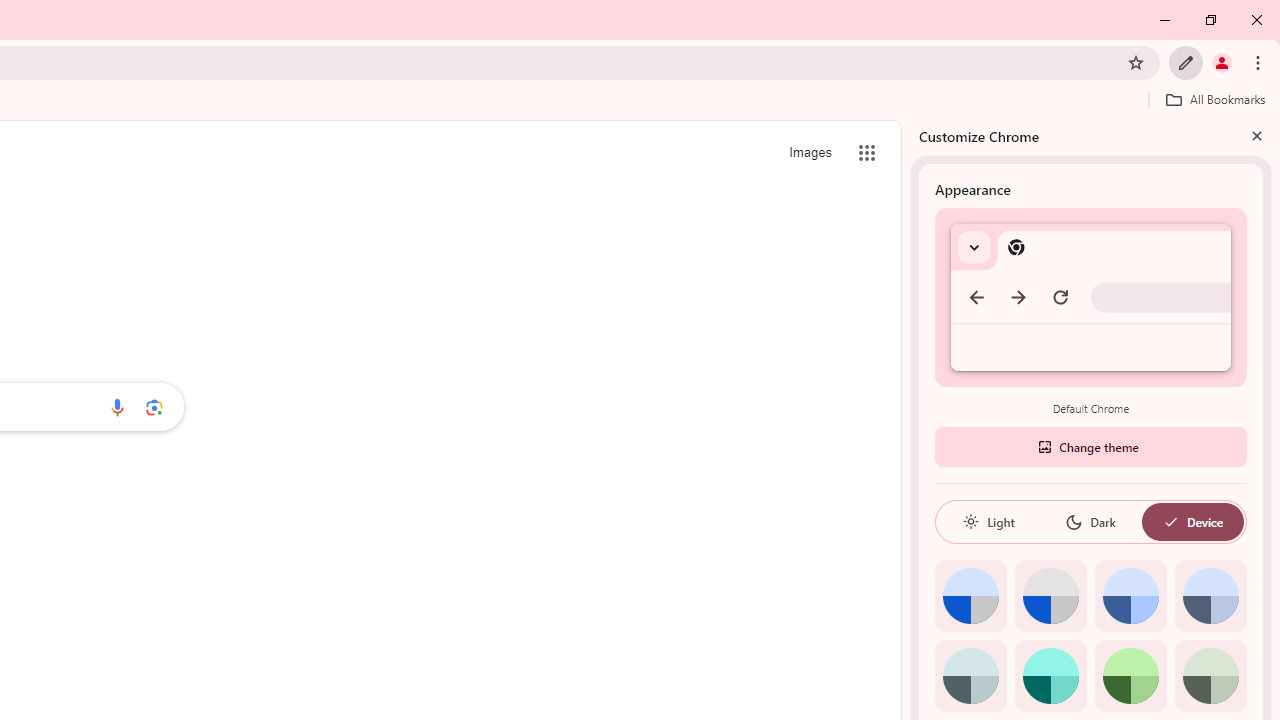 Image resolution: width=1280 pixels, height=720 pixels. Describe the element at coordinates (1049, 675) in the screenshot. I see `'Aqua'` at that location.